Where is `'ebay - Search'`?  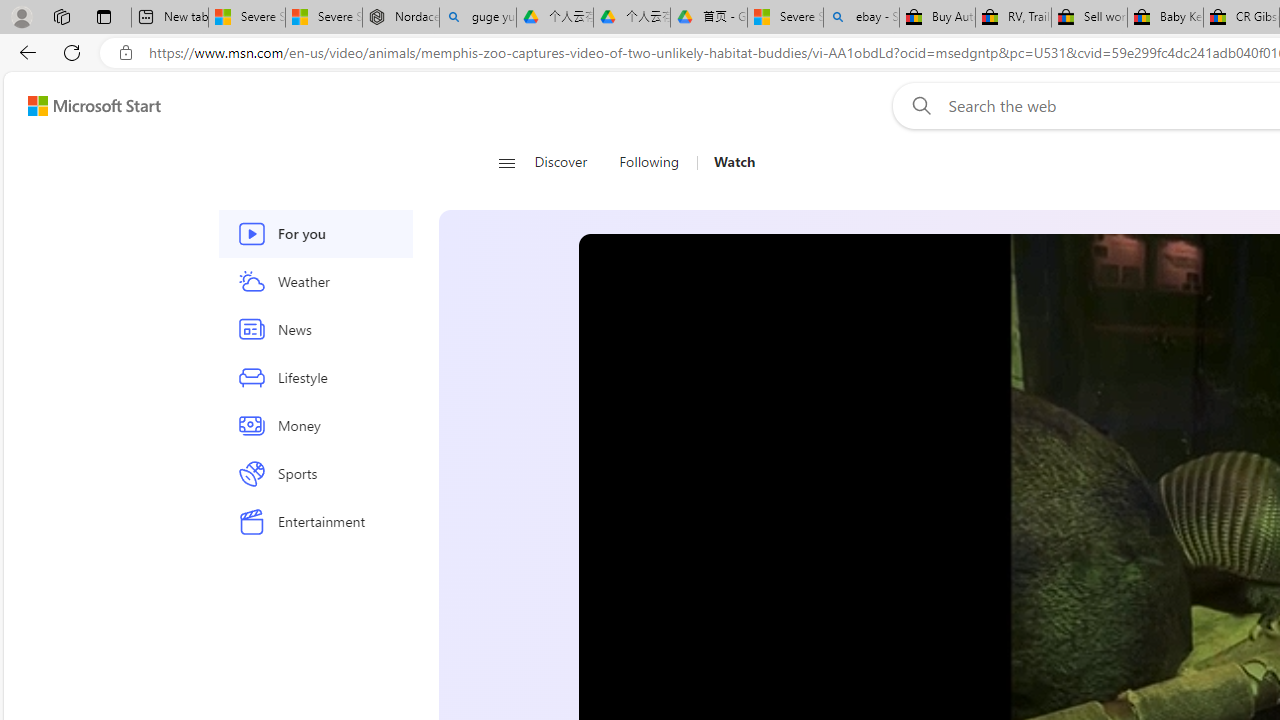 'ebay - Search' is located at coordinates (861, 17).